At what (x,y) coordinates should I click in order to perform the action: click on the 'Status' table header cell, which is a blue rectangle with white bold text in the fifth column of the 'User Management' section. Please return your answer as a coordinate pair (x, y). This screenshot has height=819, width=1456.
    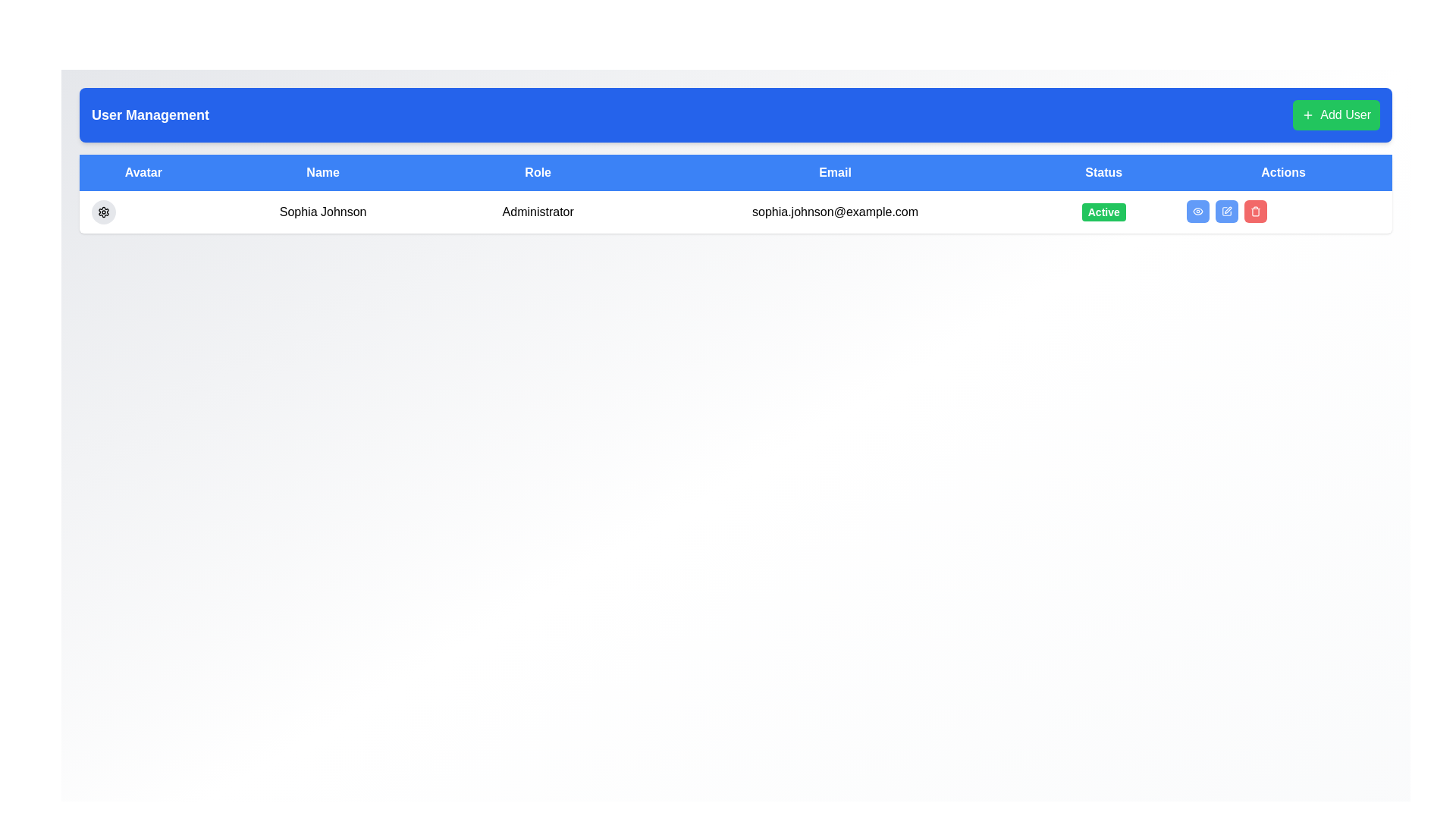
    Looking at the image, I should click on (1103, 171).